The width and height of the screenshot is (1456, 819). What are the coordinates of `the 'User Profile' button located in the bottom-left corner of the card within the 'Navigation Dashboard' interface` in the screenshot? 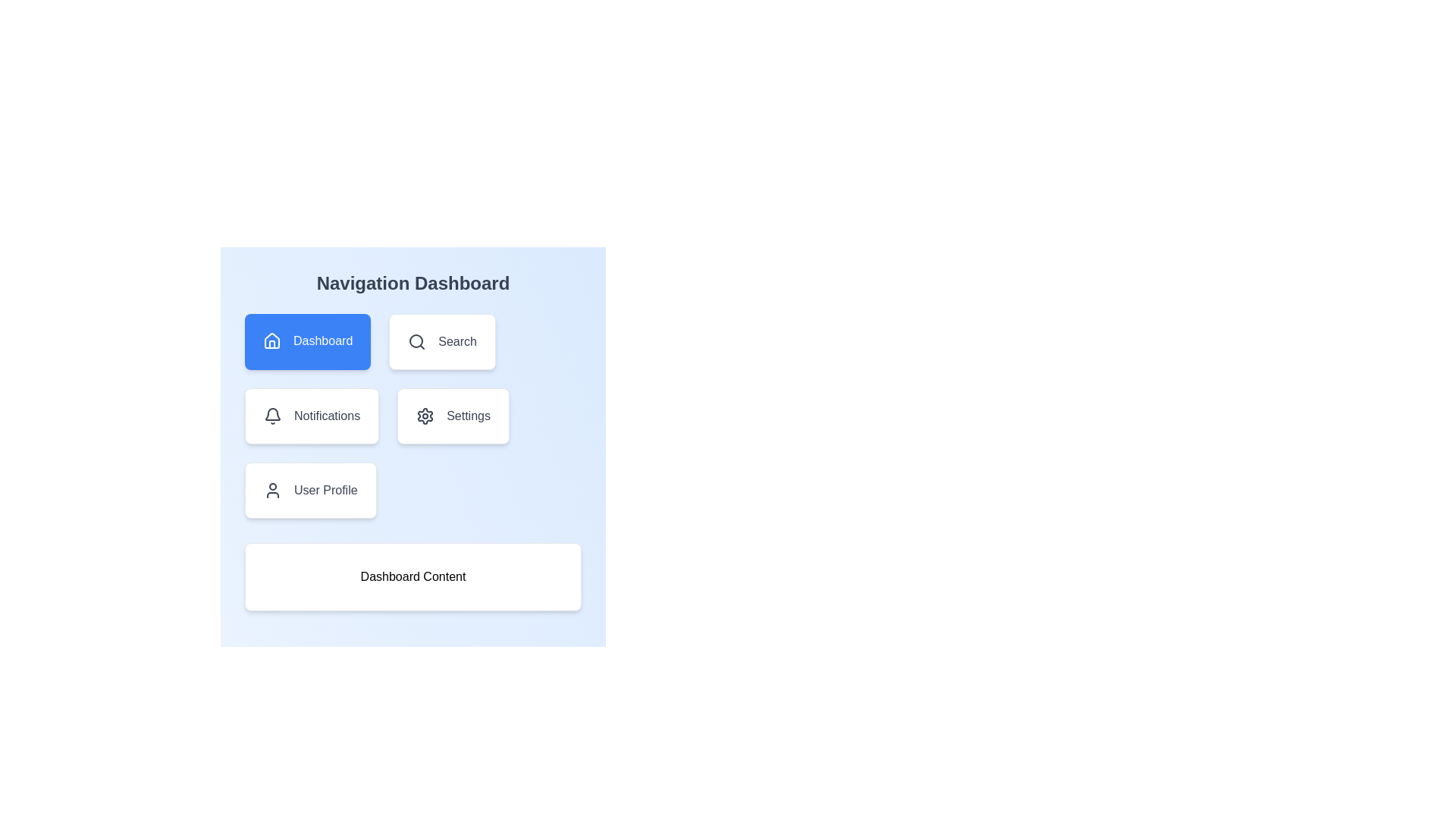 It's located at (309, 491).